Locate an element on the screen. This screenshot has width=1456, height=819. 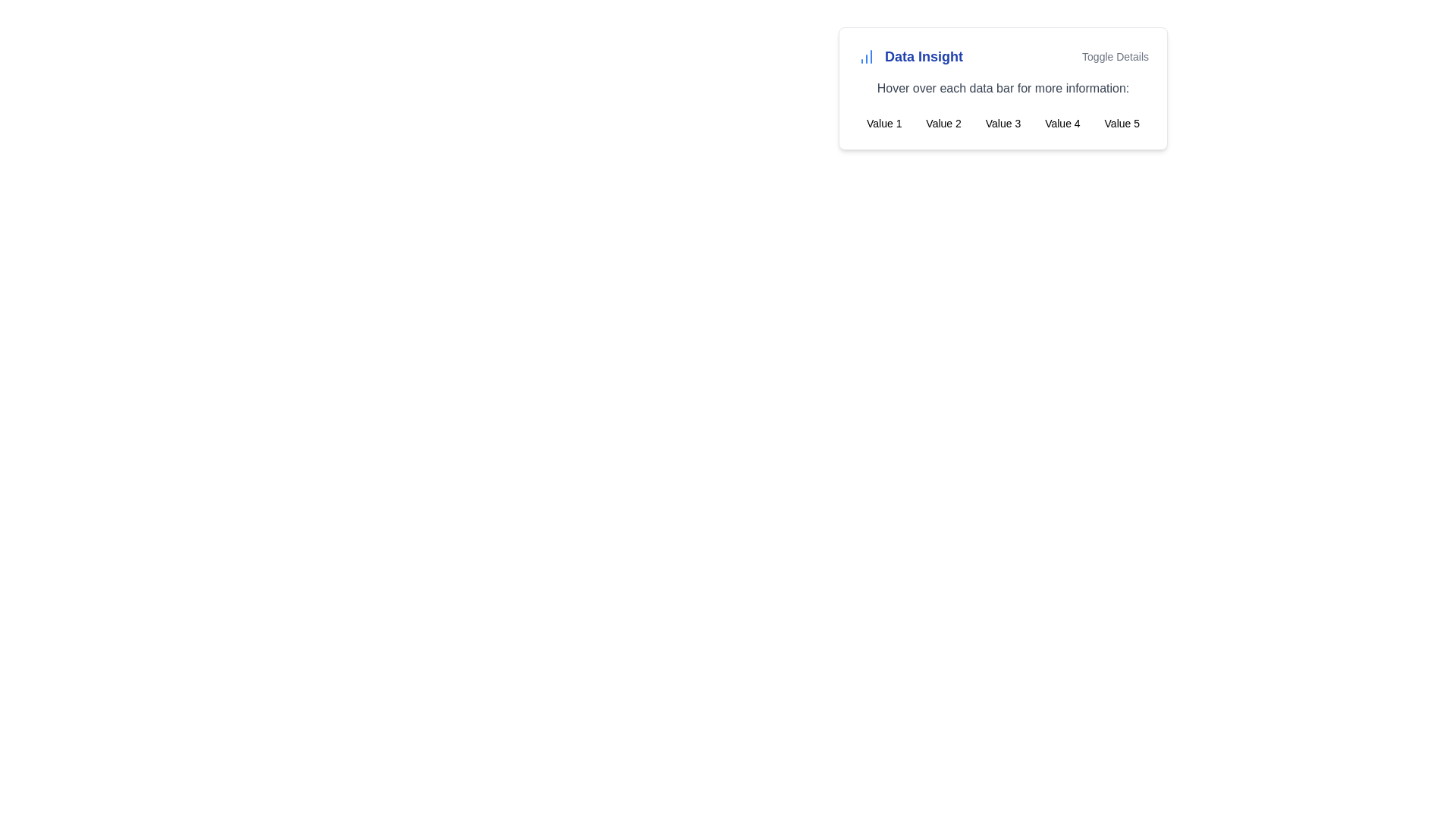
the text label displaying 'Value 3', which is positioned within the 'Data Insight' panel and is the third element in sequence between 'Value 2' and 'Value 4' is located at coordinates (1003, 122).